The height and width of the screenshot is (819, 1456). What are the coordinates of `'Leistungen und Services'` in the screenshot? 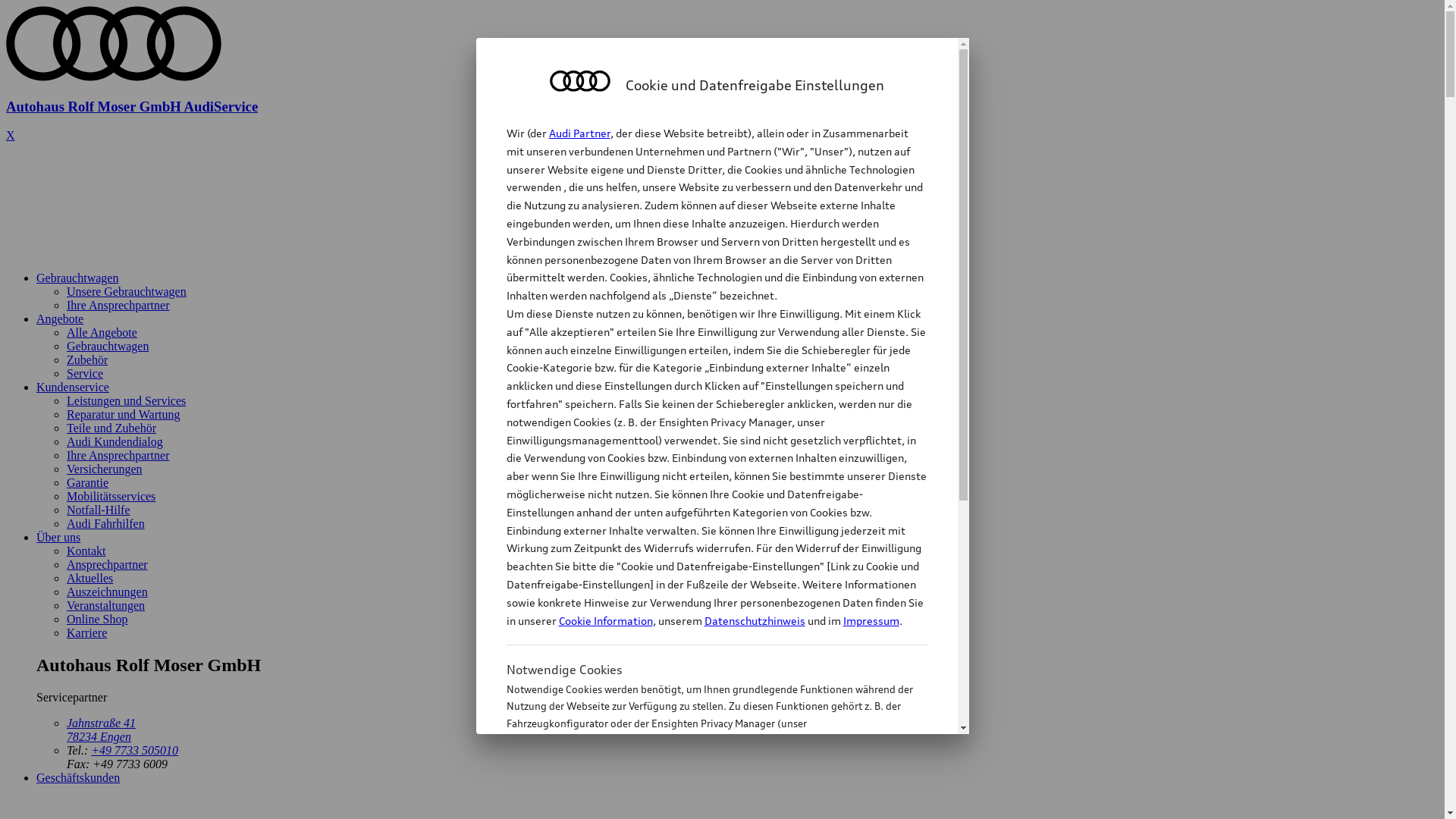 It's located at (126, 400).